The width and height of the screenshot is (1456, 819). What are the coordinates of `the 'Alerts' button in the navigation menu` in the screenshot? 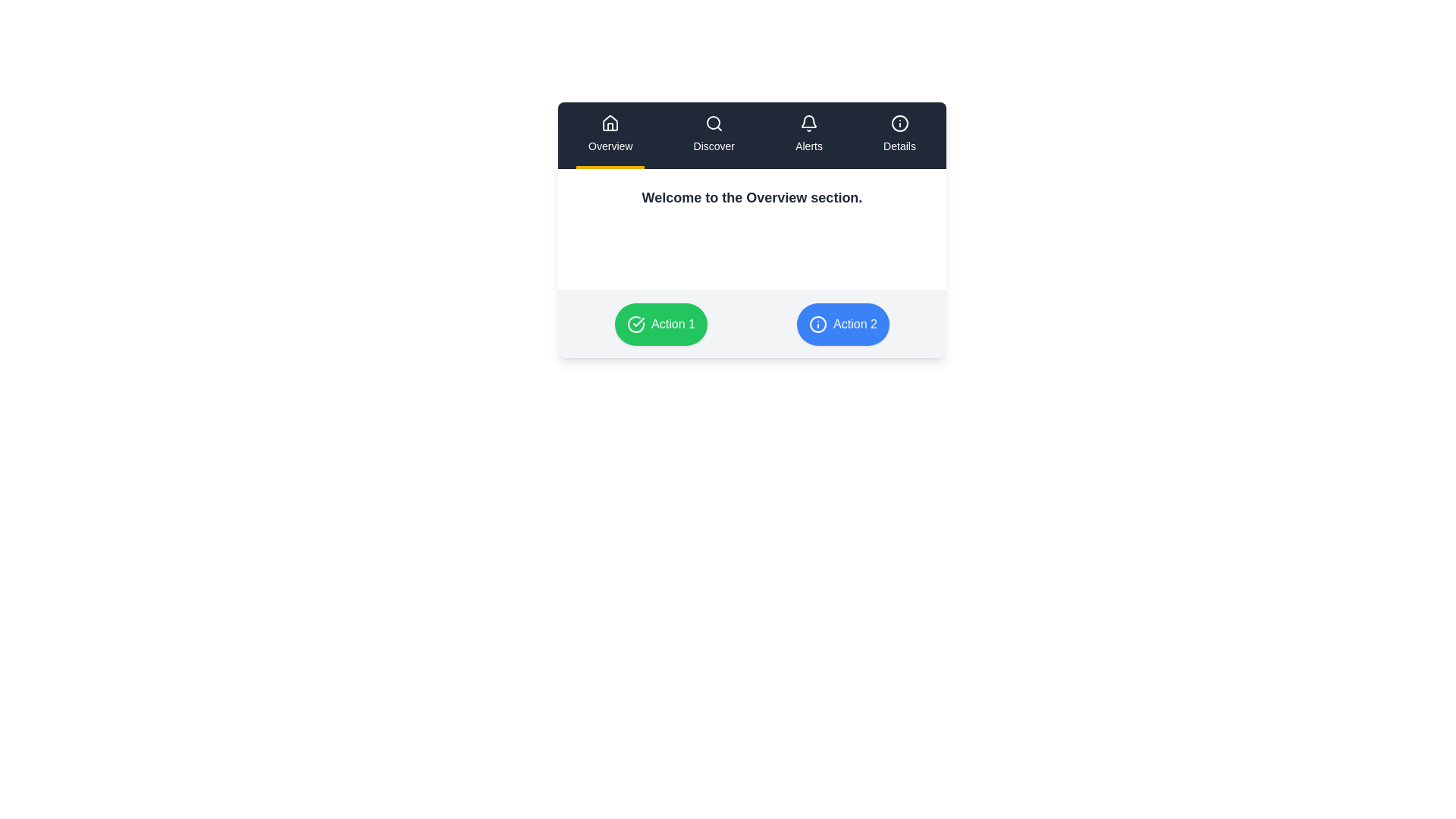 It's located at (808, 134).